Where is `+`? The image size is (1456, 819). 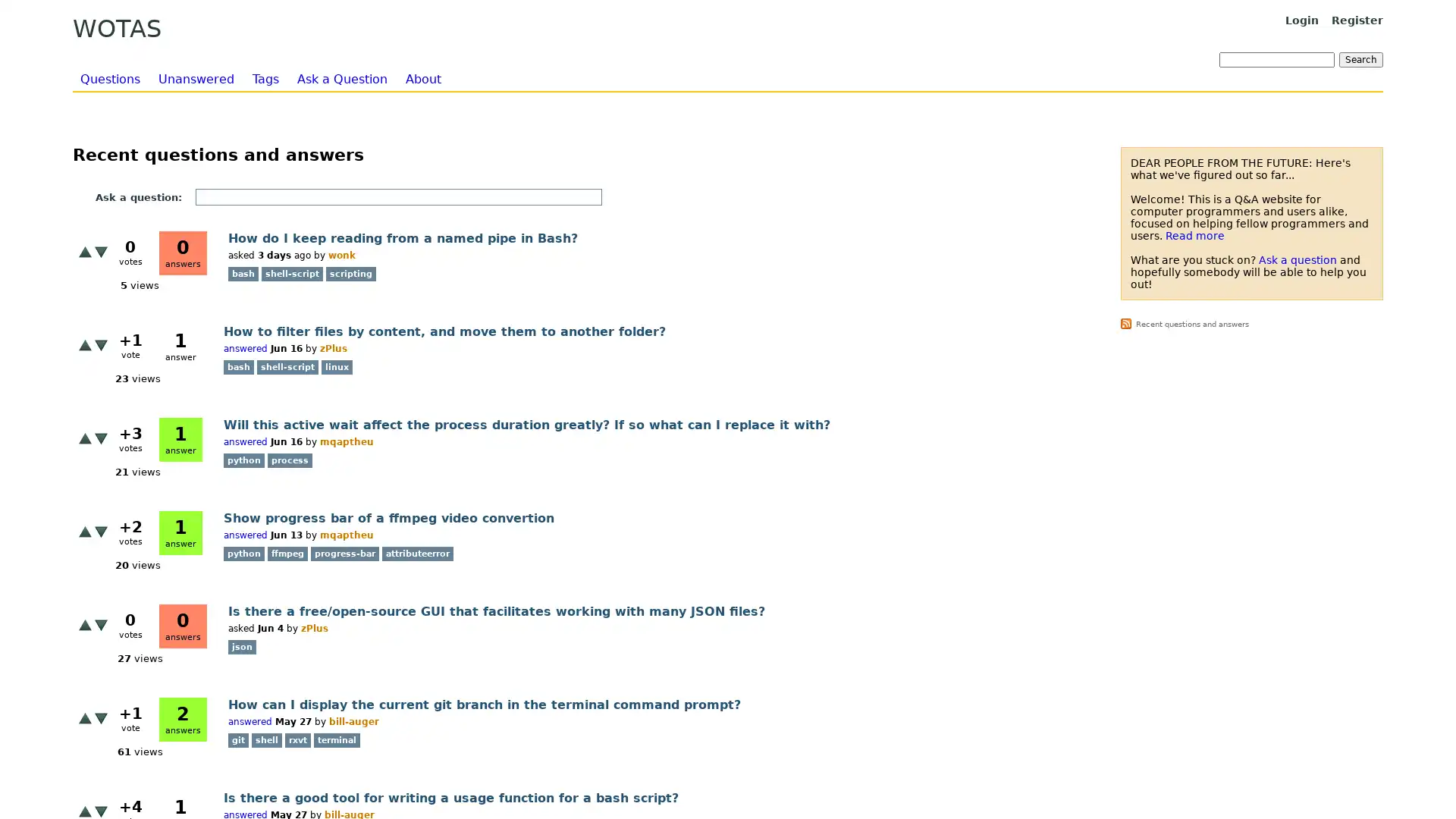 + is located at coordinates (84, 438).